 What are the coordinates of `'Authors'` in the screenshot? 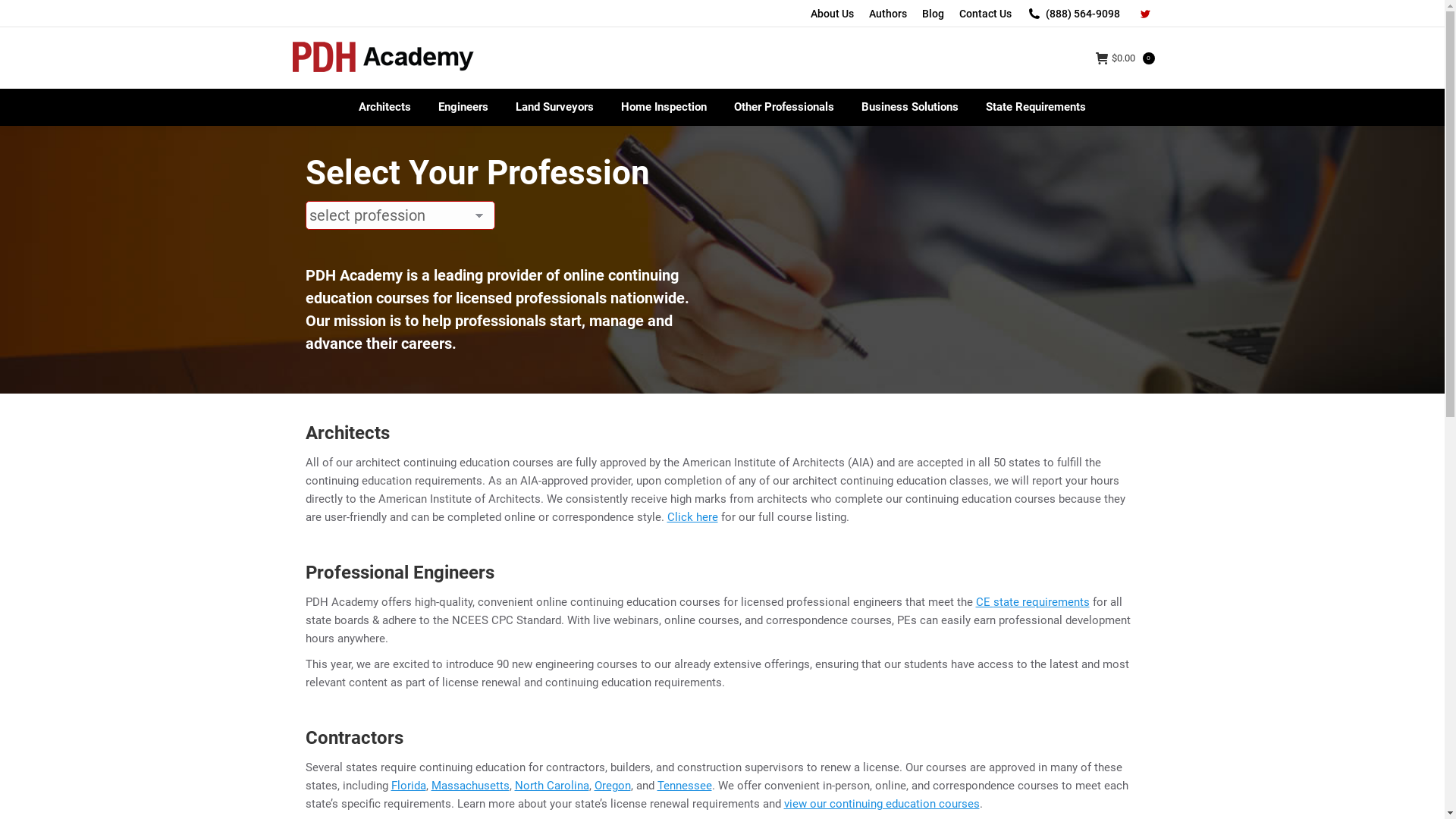 It's located at (888, 14).